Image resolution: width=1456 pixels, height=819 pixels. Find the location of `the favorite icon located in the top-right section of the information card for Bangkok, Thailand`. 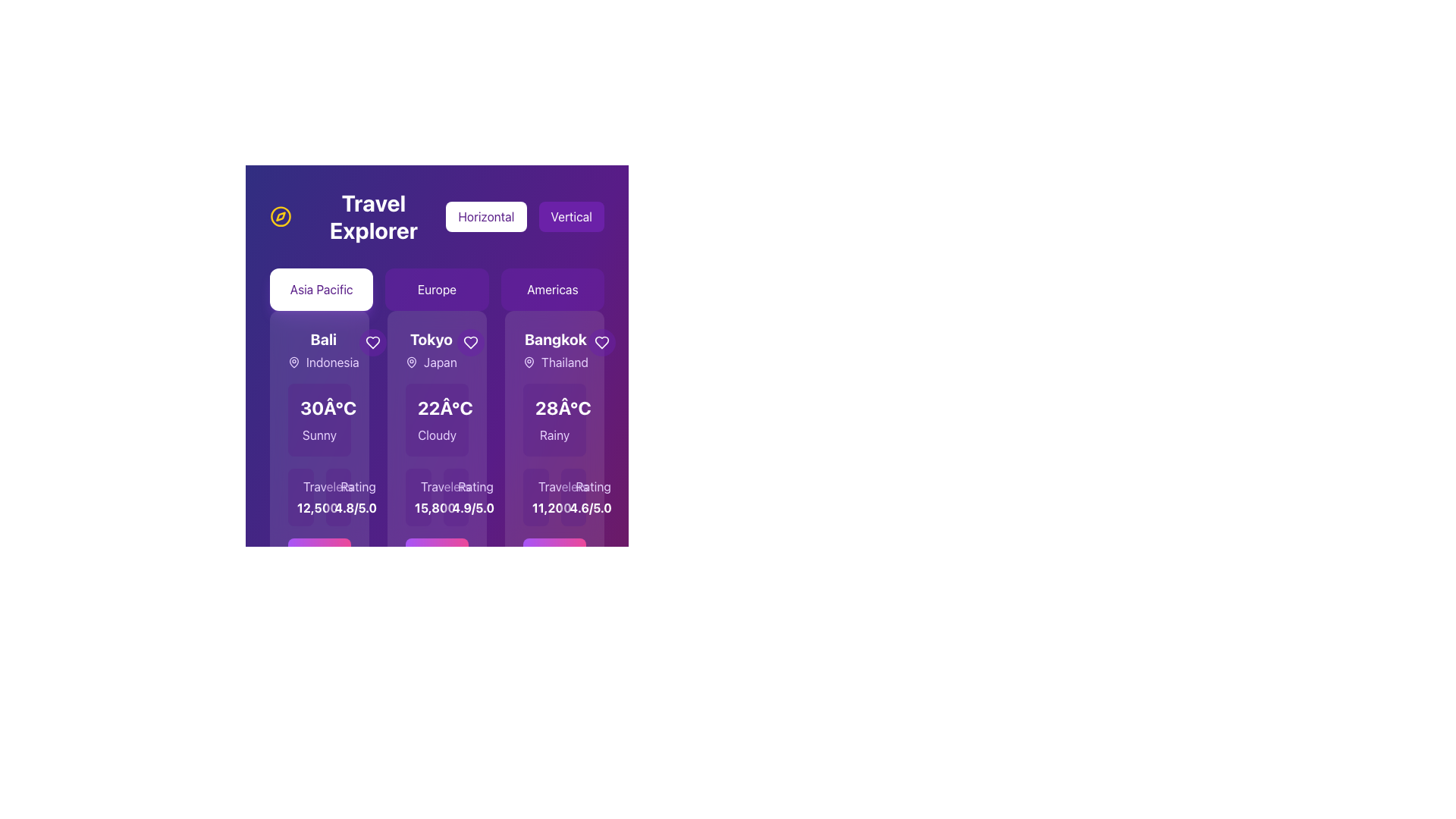

the favorite icon located in the top-right section of the information card for Bangkok, Thailand is located at coordinates (601, 342).